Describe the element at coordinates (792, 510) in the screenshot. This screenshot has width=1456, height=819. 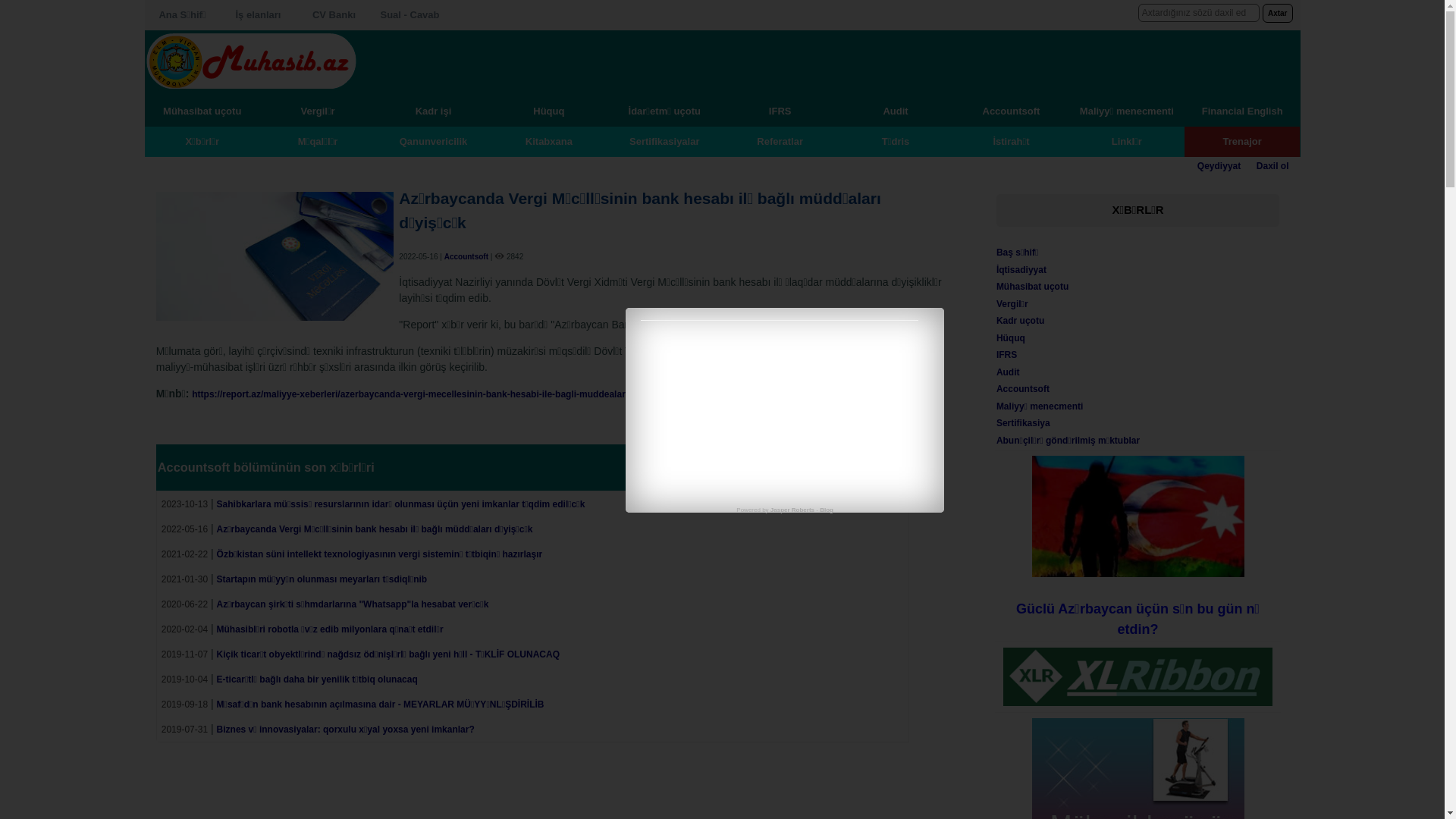
I see `'Jasper Roberts'` at that location.